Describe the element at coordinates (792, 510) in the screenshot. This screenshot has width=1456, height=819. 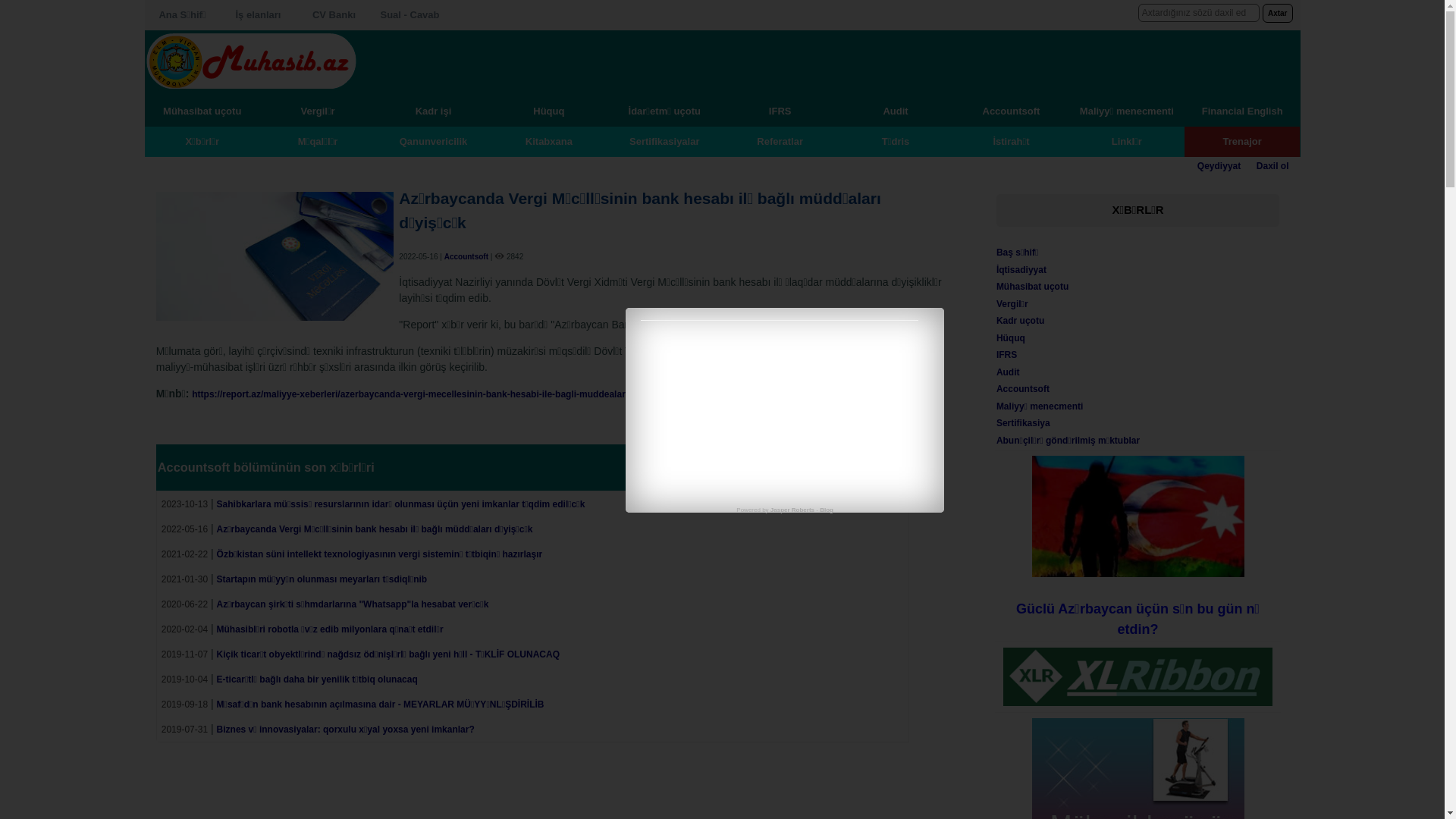
I see `'Jasper Roberts'` at that location.